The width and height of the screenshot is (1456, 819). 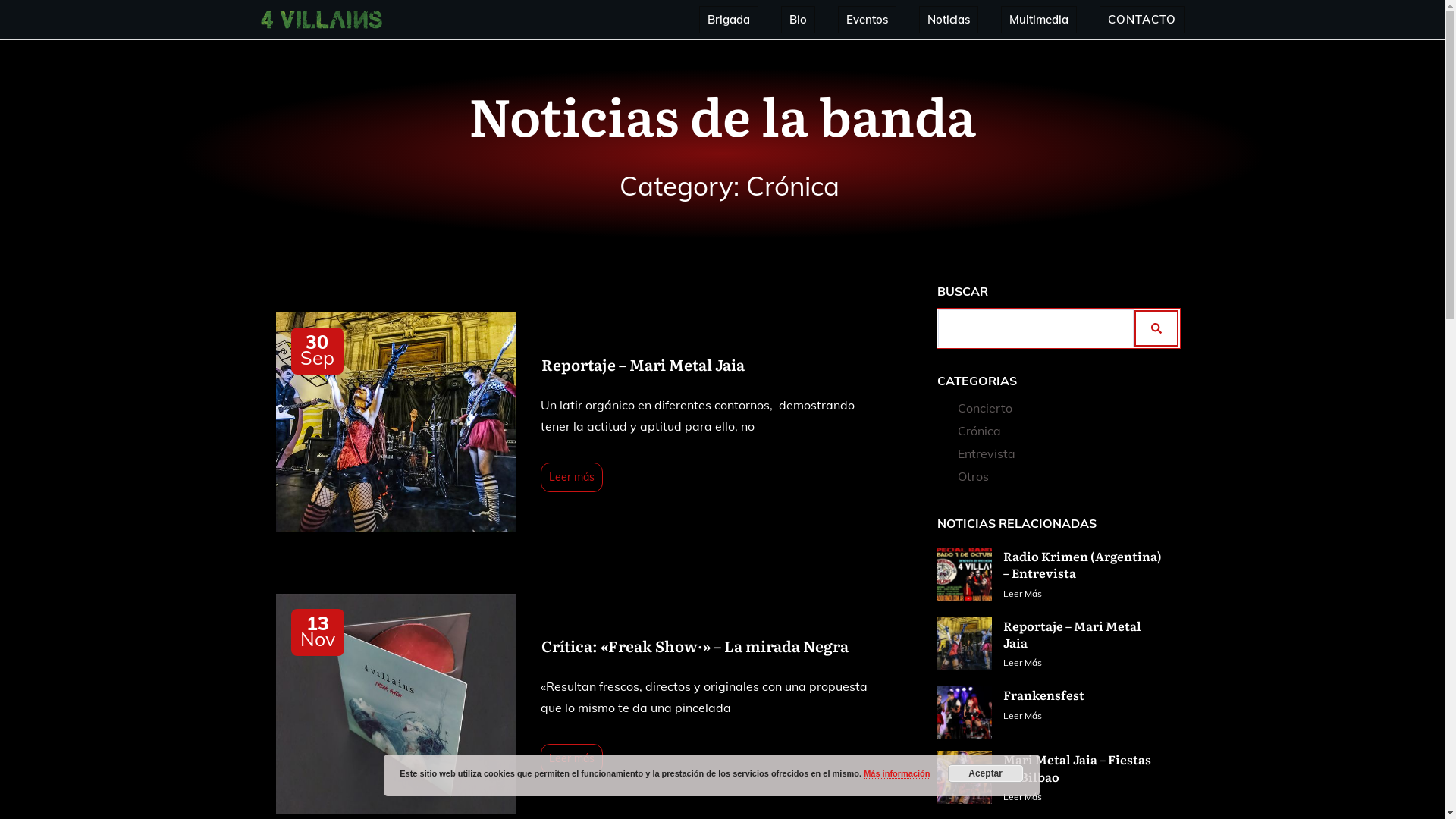 What do you see at coordinates (946, 20) in the screenshot?
I see `'Noticias'` at bounding box center [946, 20].